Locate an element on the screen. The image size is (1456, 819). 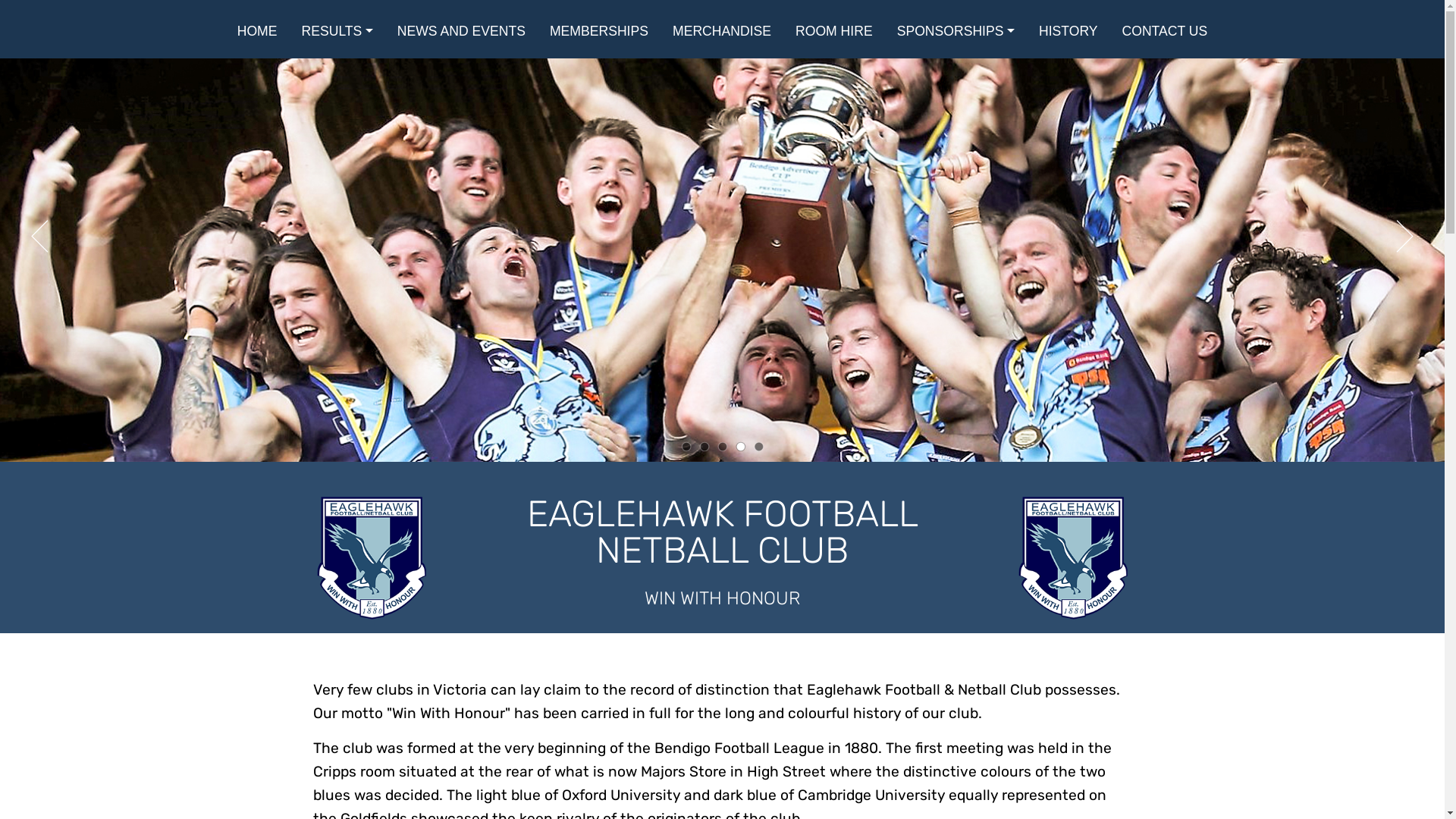
'RESULTS' is located at coordinates (337, 31).